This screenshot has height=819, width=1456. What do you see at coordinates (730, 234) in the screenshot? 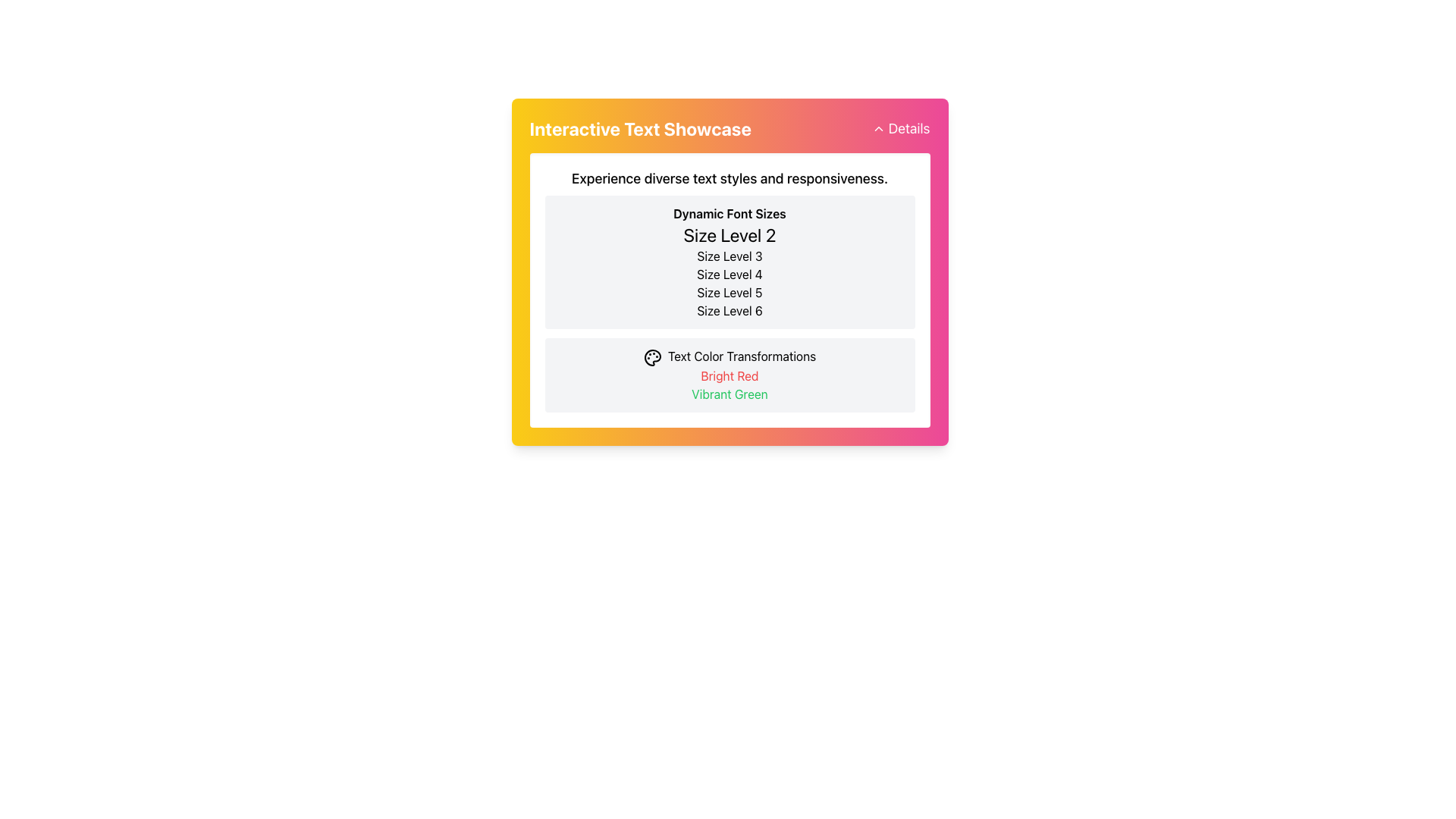
I see `the text label displaying 'Size Level 2', which is located beneath the heading 'Dynamic Font Sizes' and above 'Size Level 3'` at bounding box center [730, 234].